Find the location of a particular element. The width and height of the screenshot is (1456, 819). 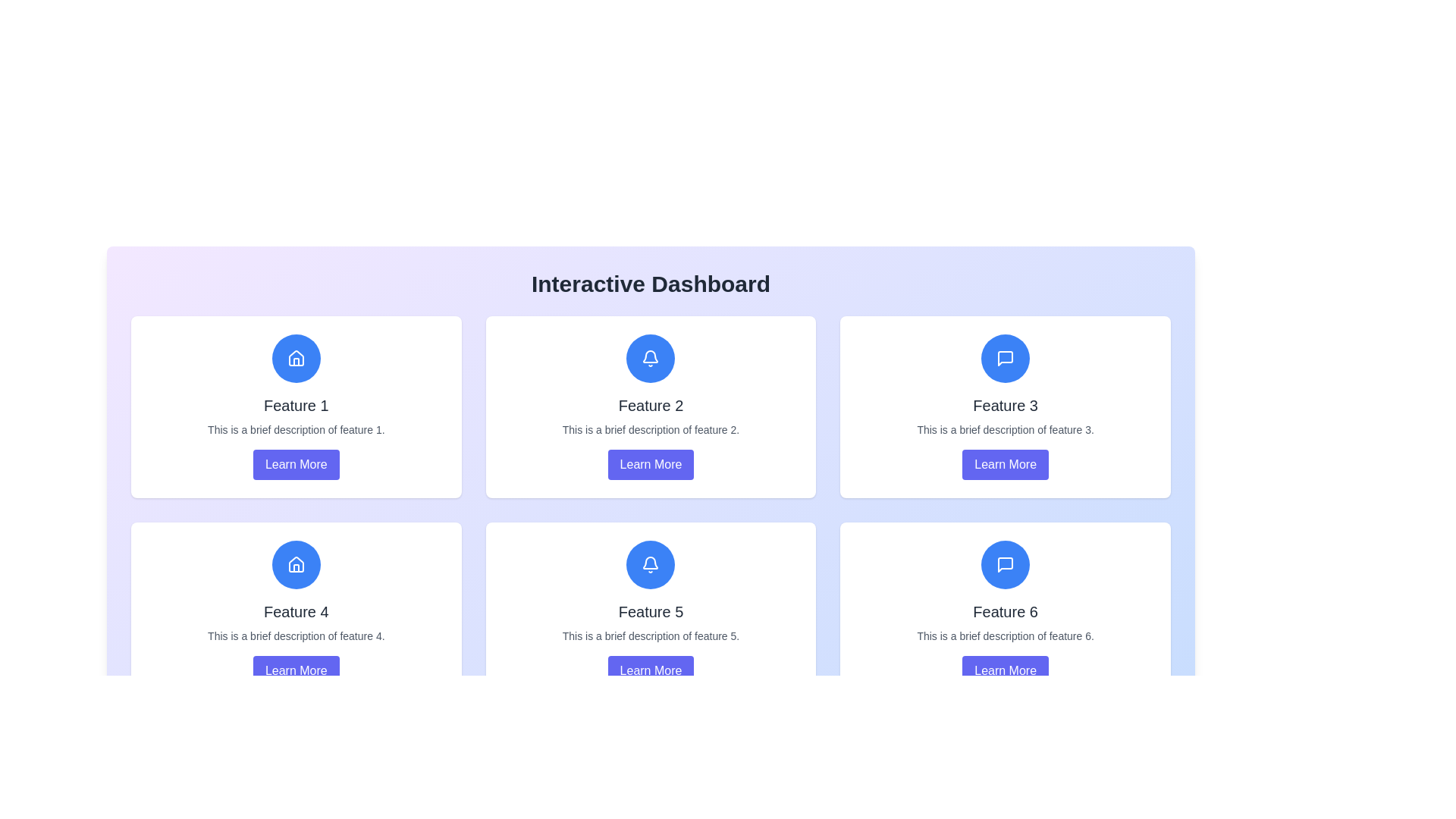

the indigo button with rounded edges labeled 'Learn More', located at the bottom of the sixth feature card is located at coordinates (1006, 670).